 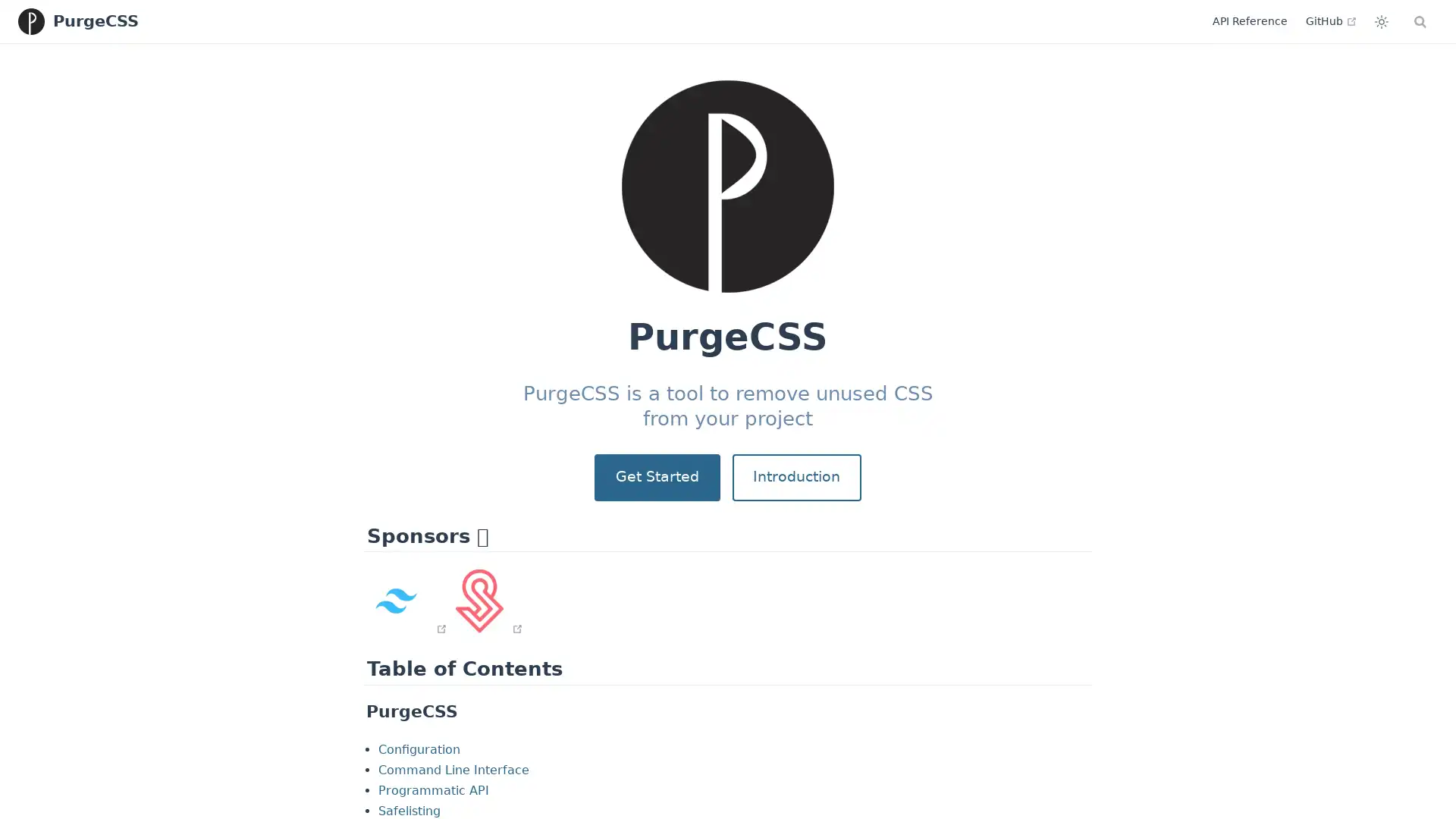 What do you see at coordinates (1316, 20) in the screenshot?
I see `toggle dark mode` at bounding box center [1316, 20].